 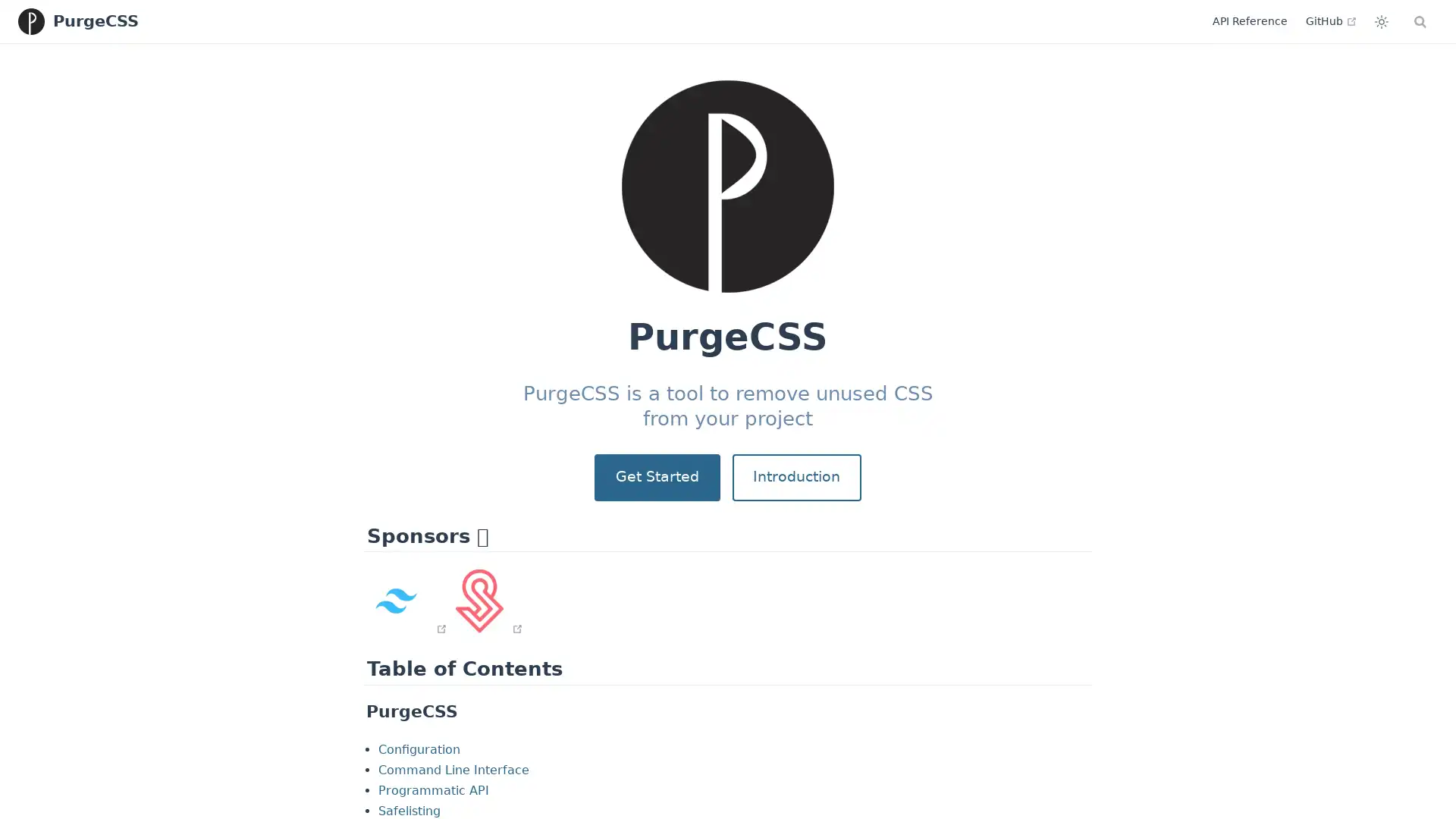 What do you see at coordinates (1316, 20) in the screenshot?
I see `toggle dark mode` at bounding box center [1316, 20].